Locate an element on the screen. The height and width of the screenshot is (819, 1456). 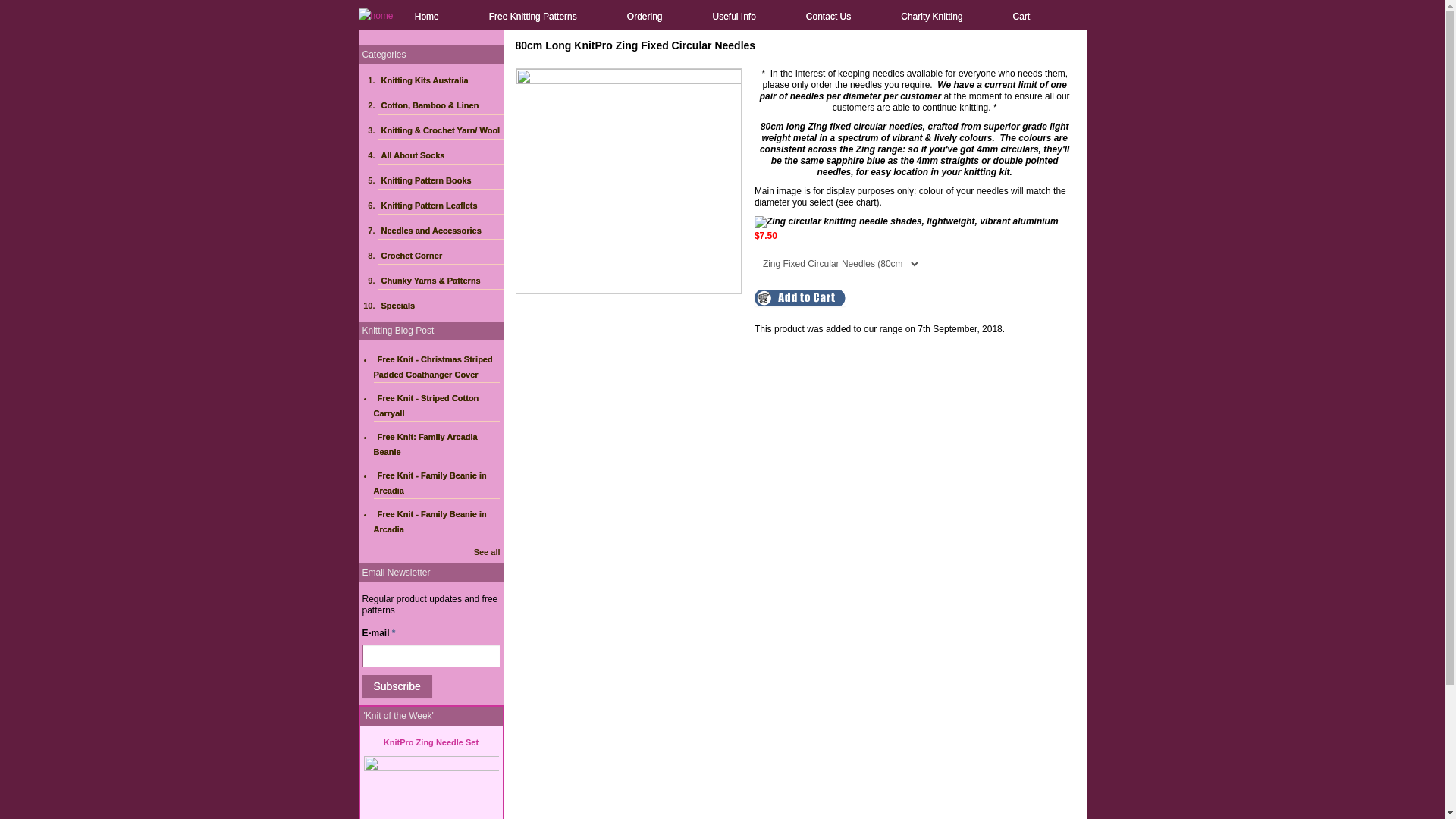
'Knitting Pattern Books' is located at coordinates (440, 180).